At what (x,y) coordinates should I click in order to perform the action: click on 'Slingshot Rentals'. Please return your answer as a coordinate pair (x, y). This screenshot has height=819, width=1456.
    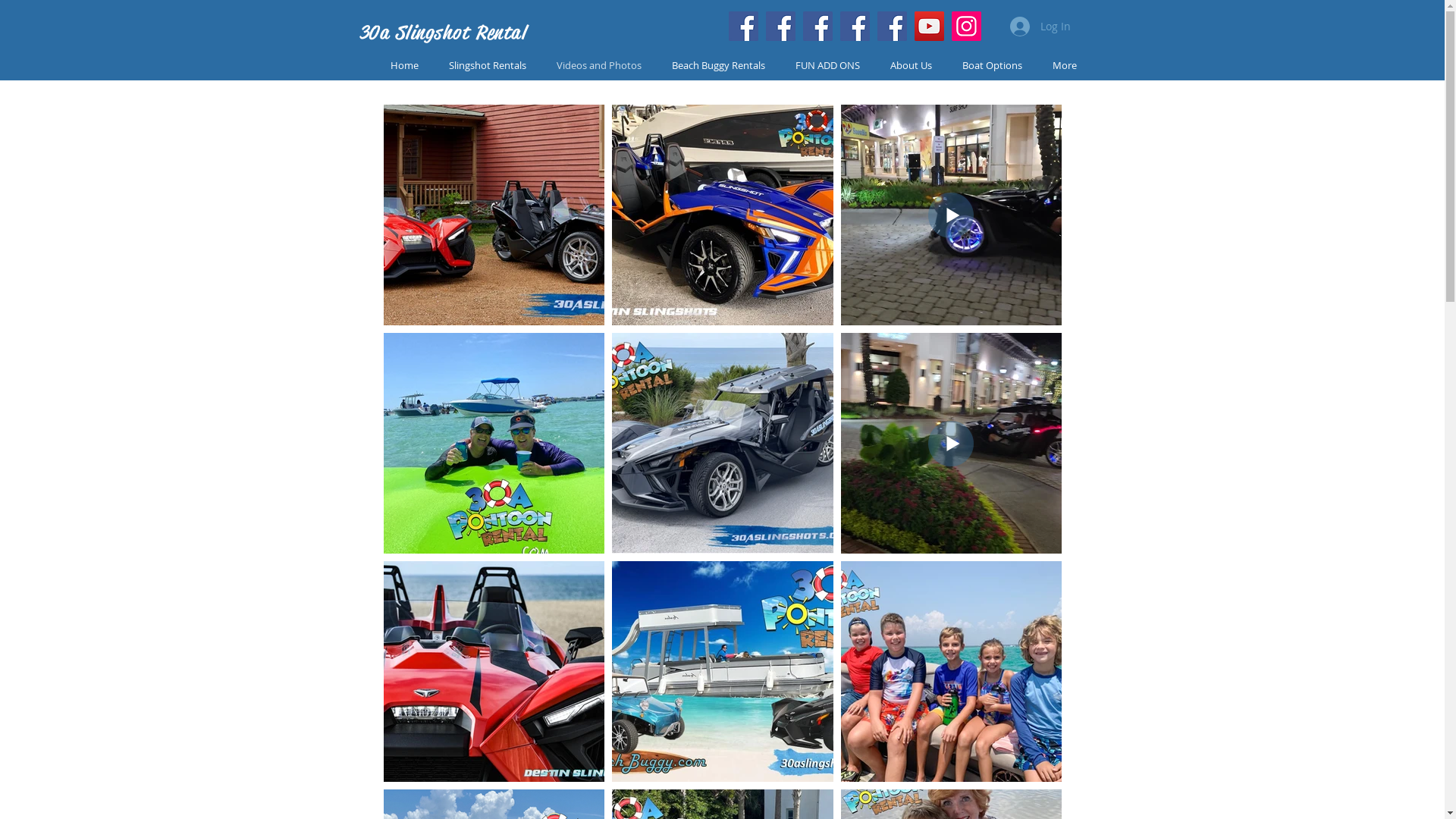
    Looking at the image, I should click on (488, 64).